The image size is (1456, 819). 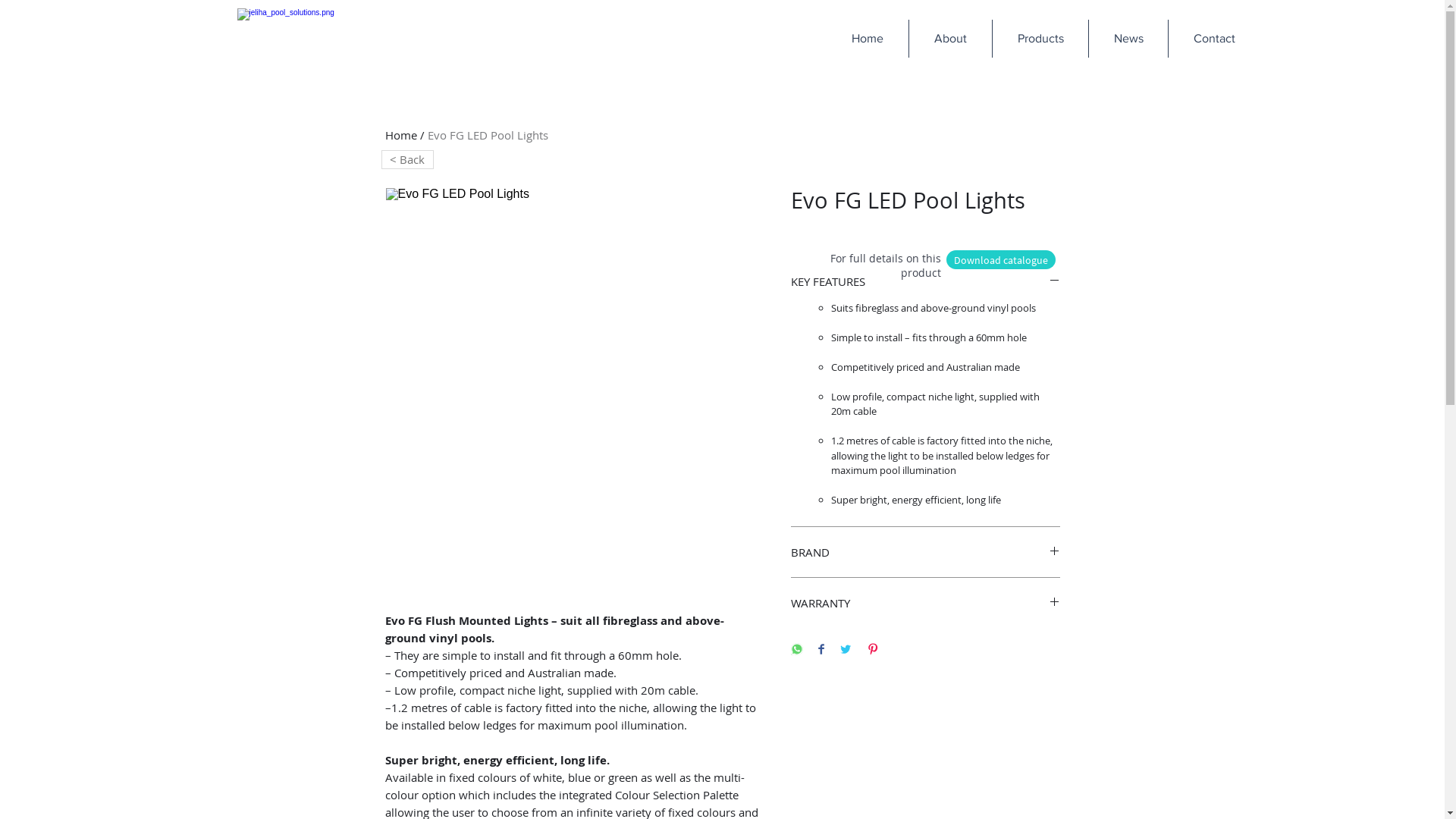 I want to click on 'Download catalogue', so click(x=1001, y=259).